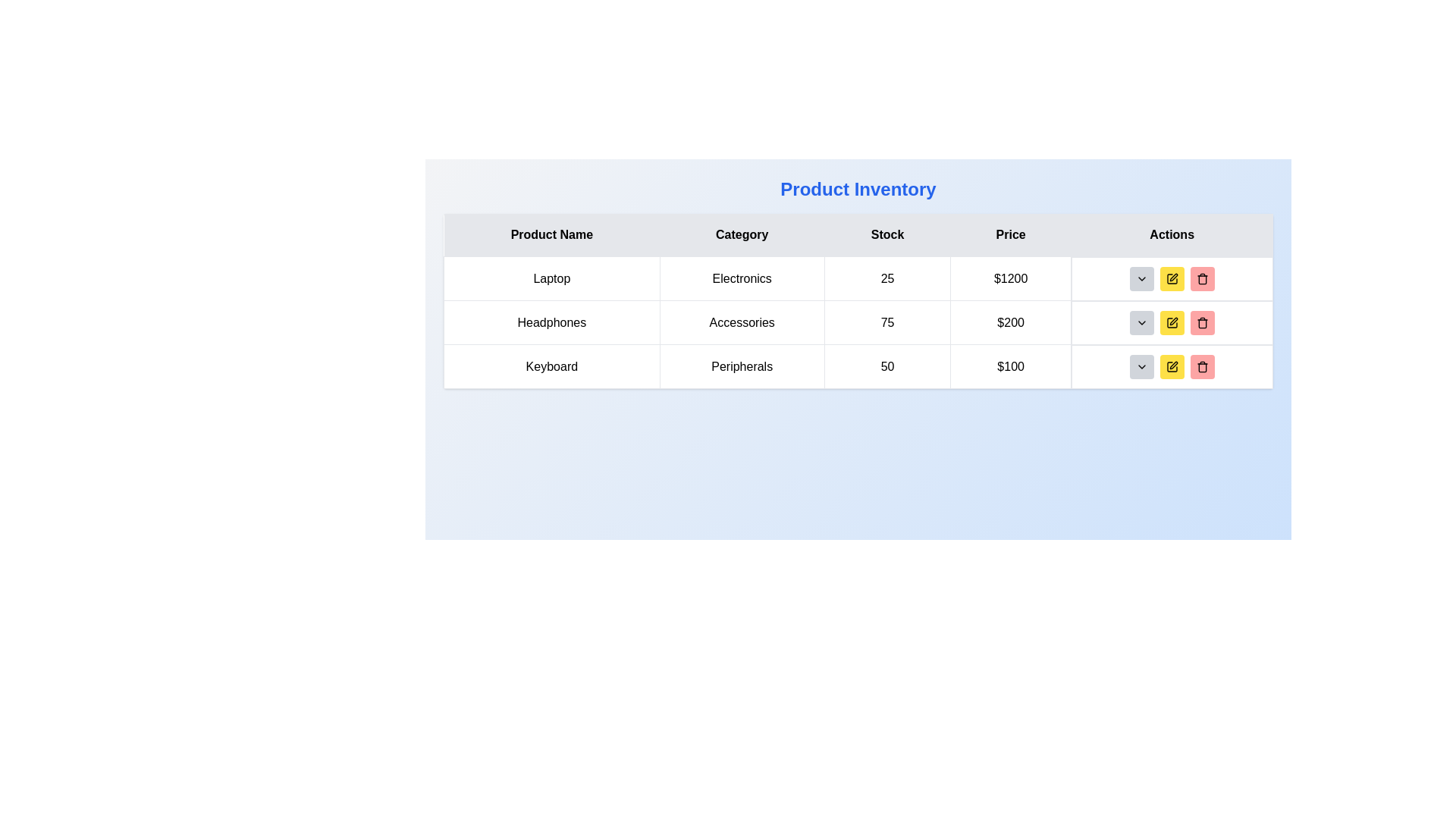 Image resolution: width=1456 pixels, height=819 pixels. What do you see at coordinates (887, 235) in the screenshot?
I see `the 'Stock' column header cell, which is the third cell in the table header row, located between 'Category' and 'Price'` at bounding box center [887, 235].